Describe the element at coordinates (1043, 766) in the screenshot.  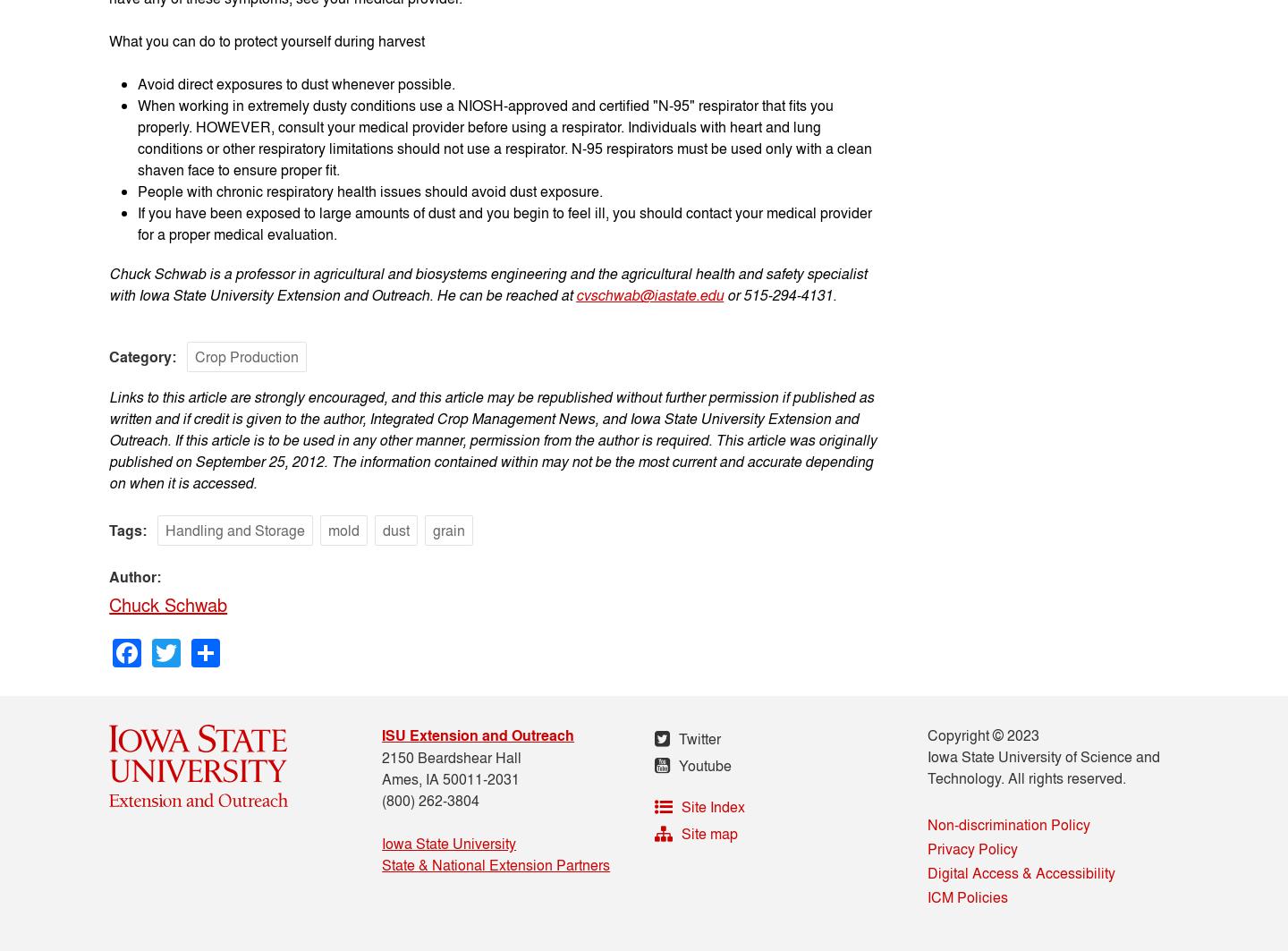
I see `'Iowa State University of Science and Technology. All rights reserved.'` at that location.